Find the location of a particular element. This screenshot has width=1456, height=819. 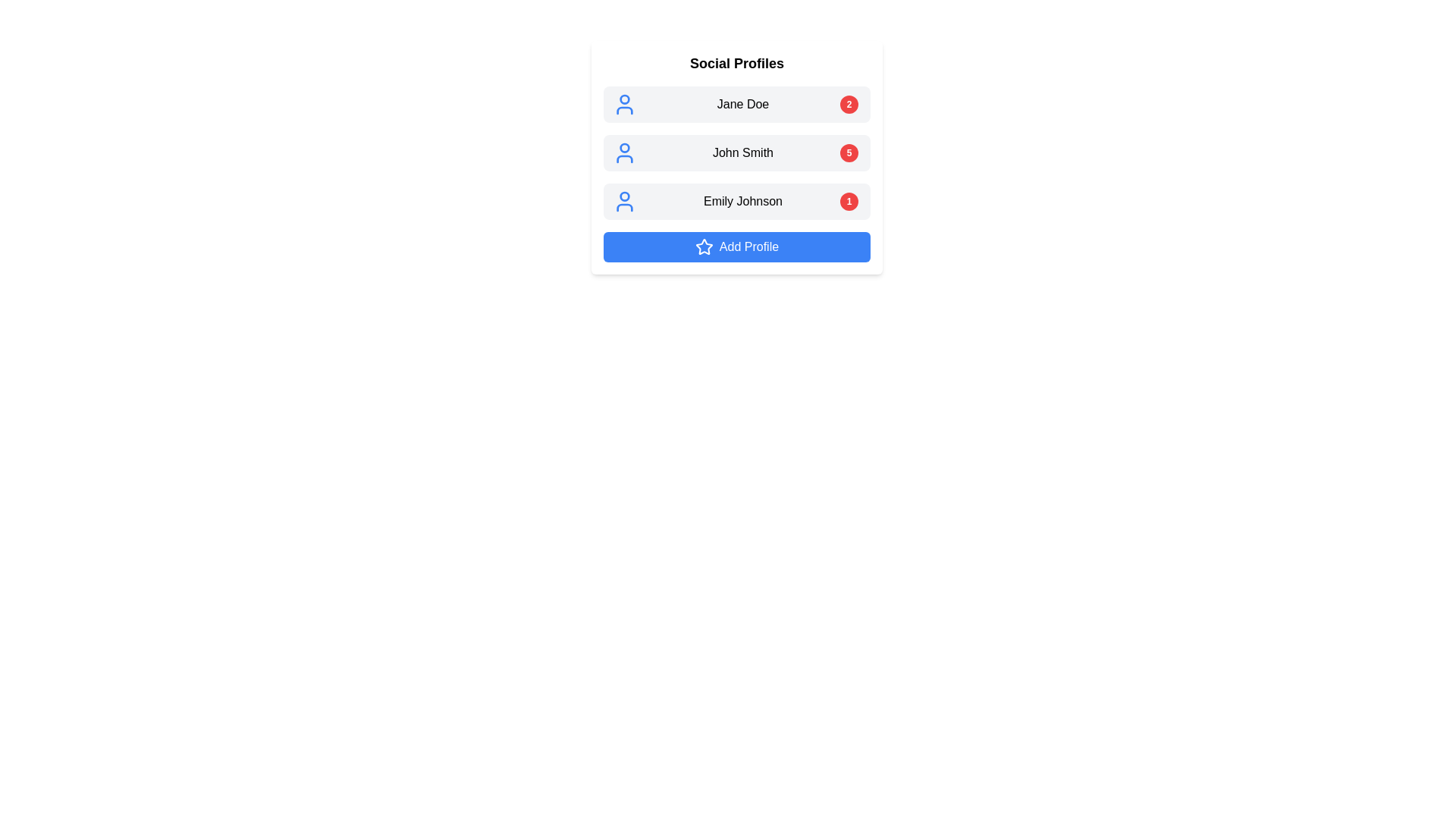

the user profile icon representing 'Emily Johnson', which is the third entry in the list of user profiles, located to the left of the profile name and adjacent to the notification bubble is located at coordinates (625, 201).